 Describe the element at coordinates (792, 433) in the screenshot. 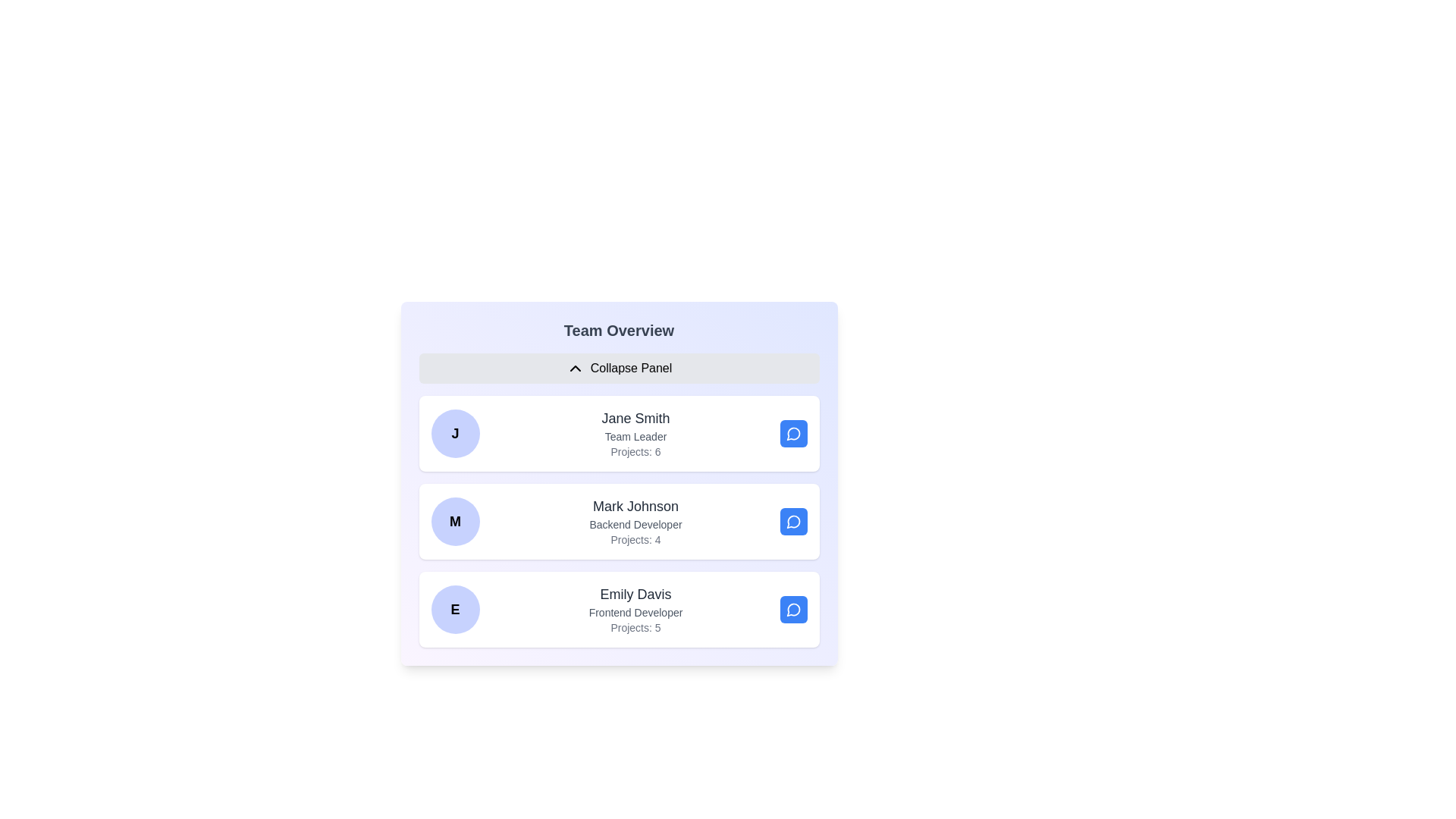

I see `the circular speech bubble icon button located in the rightmost section of the first entry for 'Jane Smith'` at that location.